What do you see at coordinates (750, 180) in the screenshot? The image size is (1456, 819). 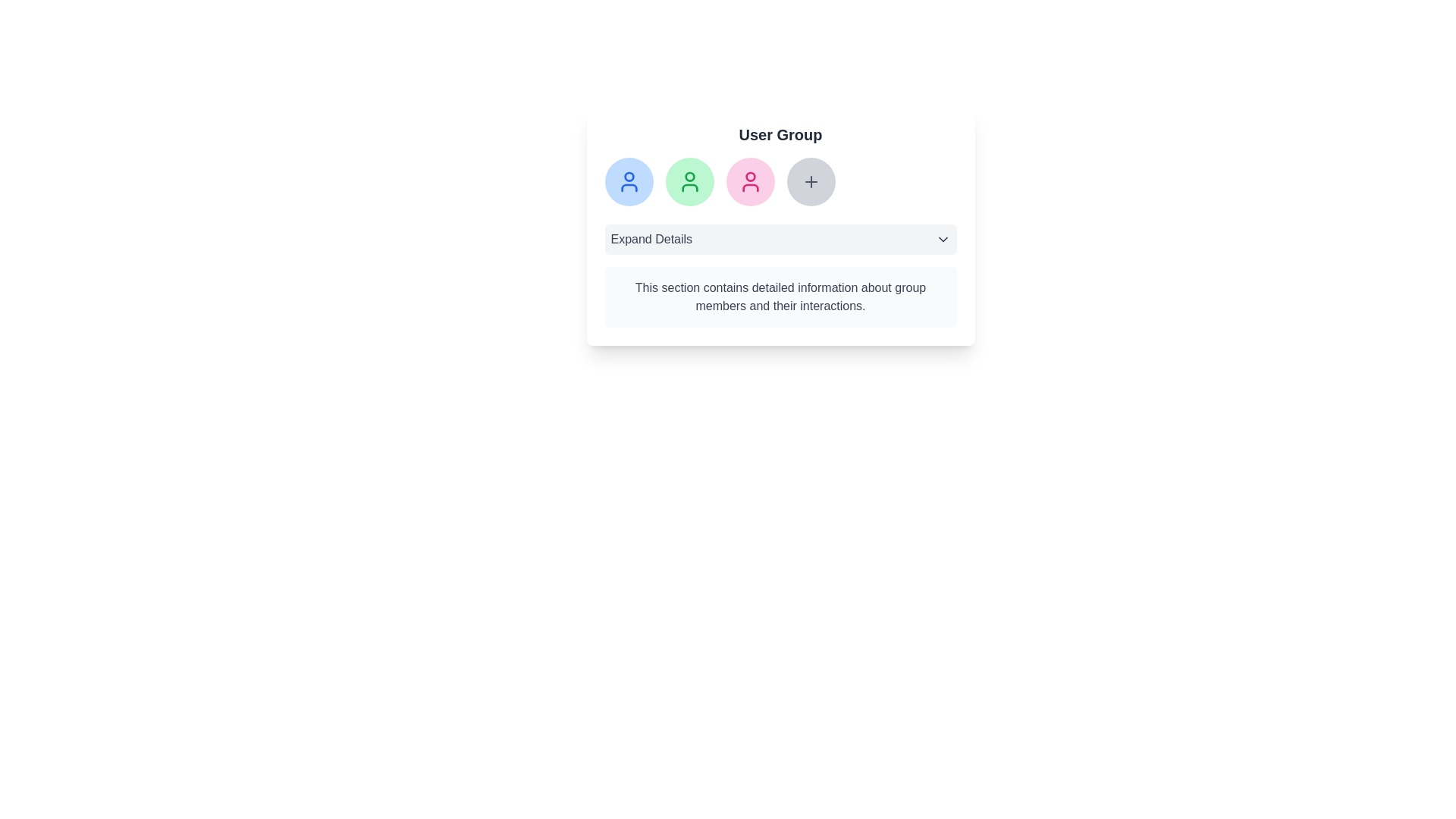 I see `the circular user avatar icon with a pink background and white border` at bounding box center [750, 180].